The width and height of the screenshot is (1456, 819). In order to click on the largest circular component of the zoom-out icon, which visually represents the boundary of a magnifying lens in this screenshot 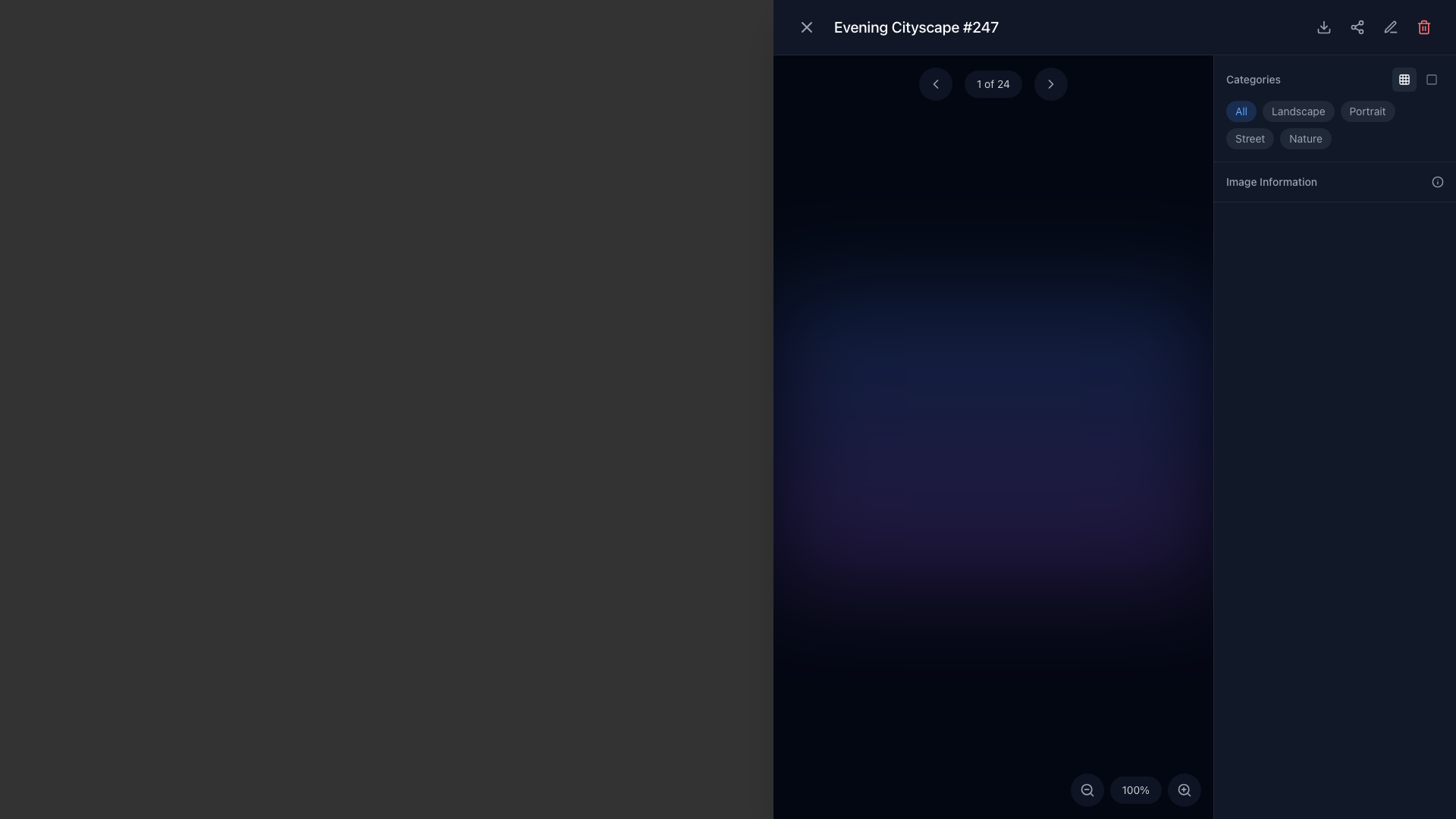, I will do `click(1085, 789)`.